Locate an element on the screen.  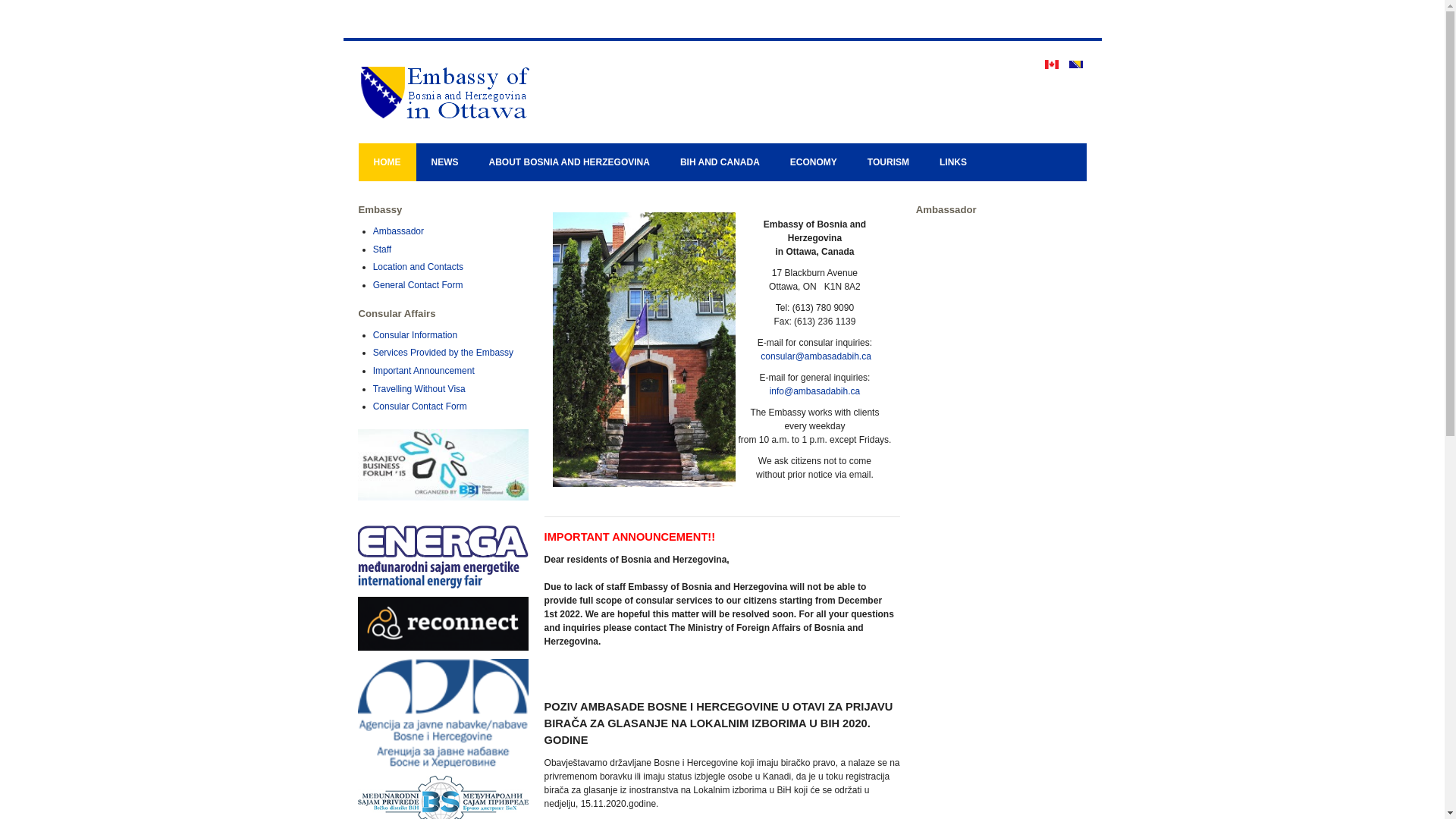
'Location and Contacts' is located at coordinates (418, 265).